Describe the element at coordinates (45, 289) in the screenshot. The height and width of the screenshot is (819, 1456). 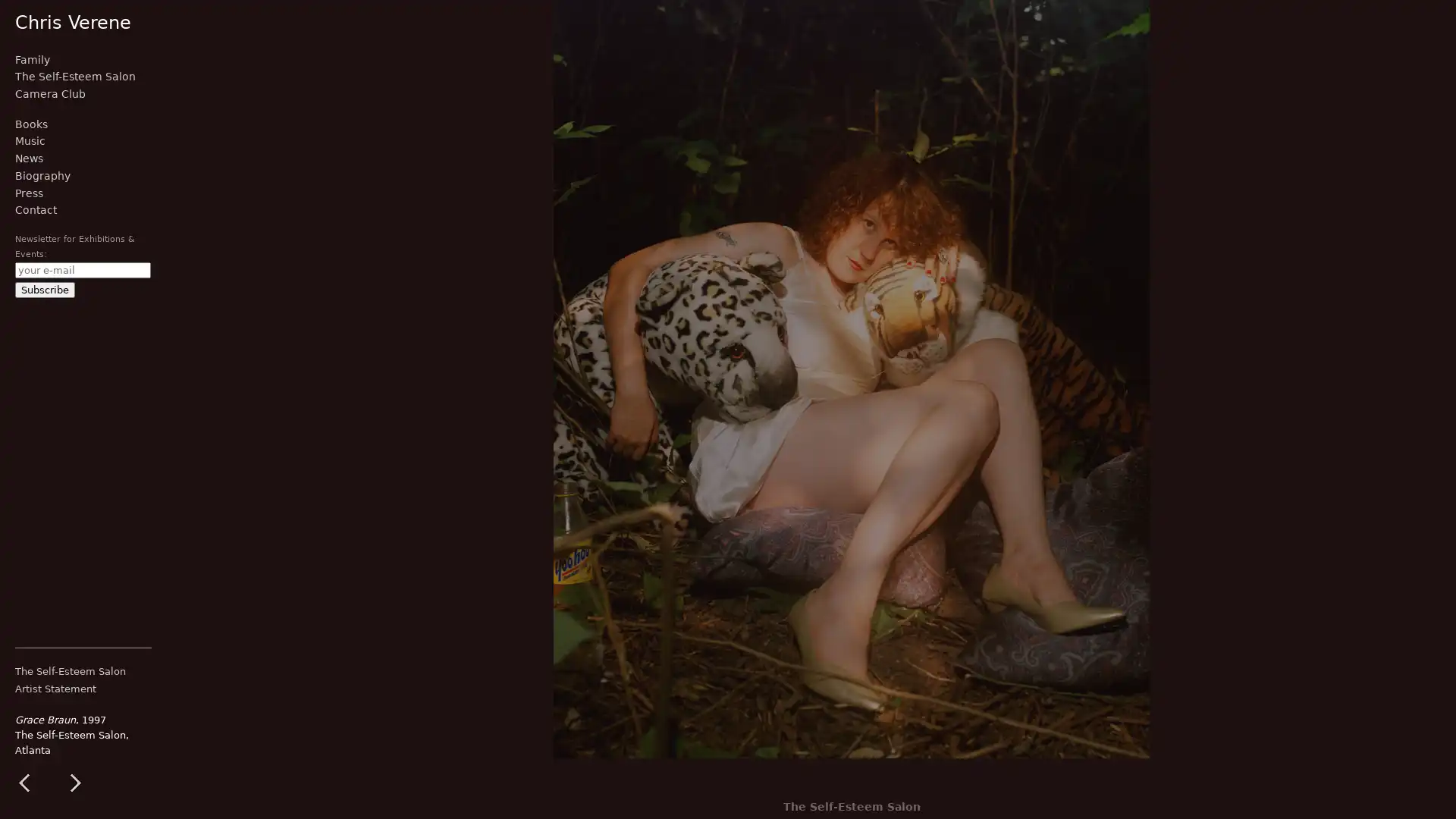
I see `Subscribe` at that location.